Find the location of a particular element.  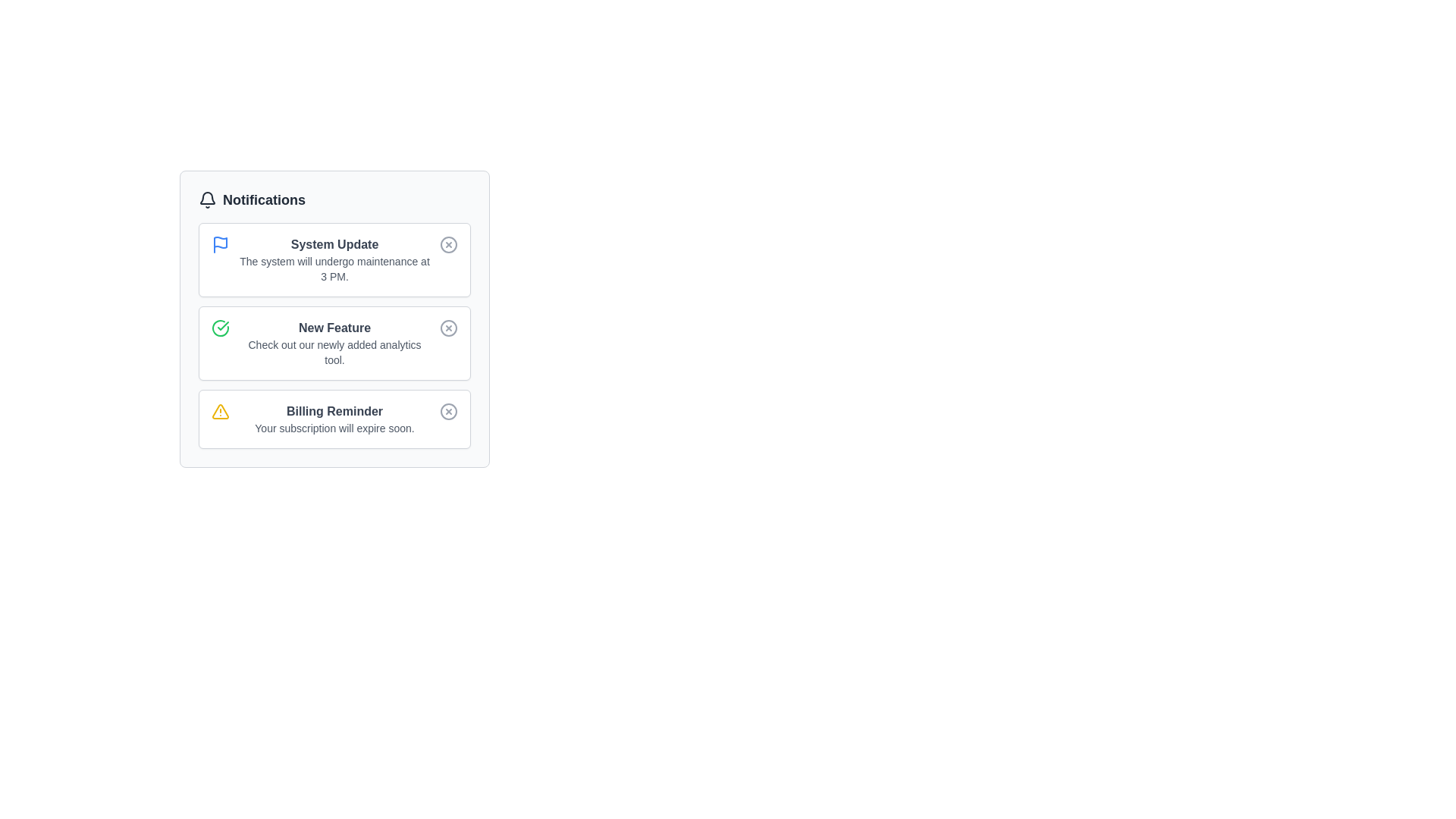

the Text label that informs the user of an upcoming expiration of their subscription, which is positioned directly below the 'Billing Reminder' title within the notification card is located at coordinates (334, 428).